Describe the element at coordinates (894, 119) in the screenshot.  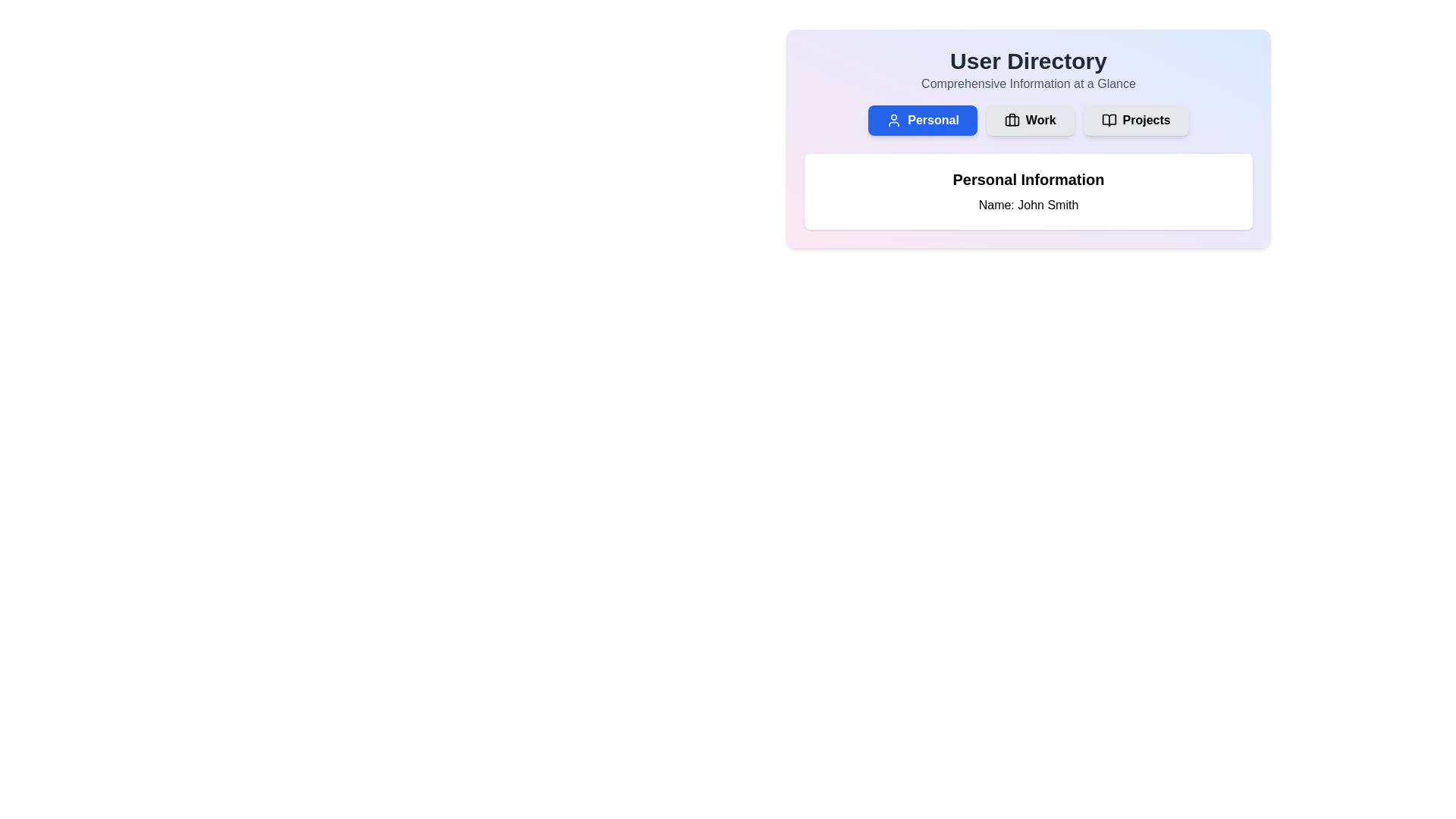
I see `the 'Personal' button using tab navigation` at that location.